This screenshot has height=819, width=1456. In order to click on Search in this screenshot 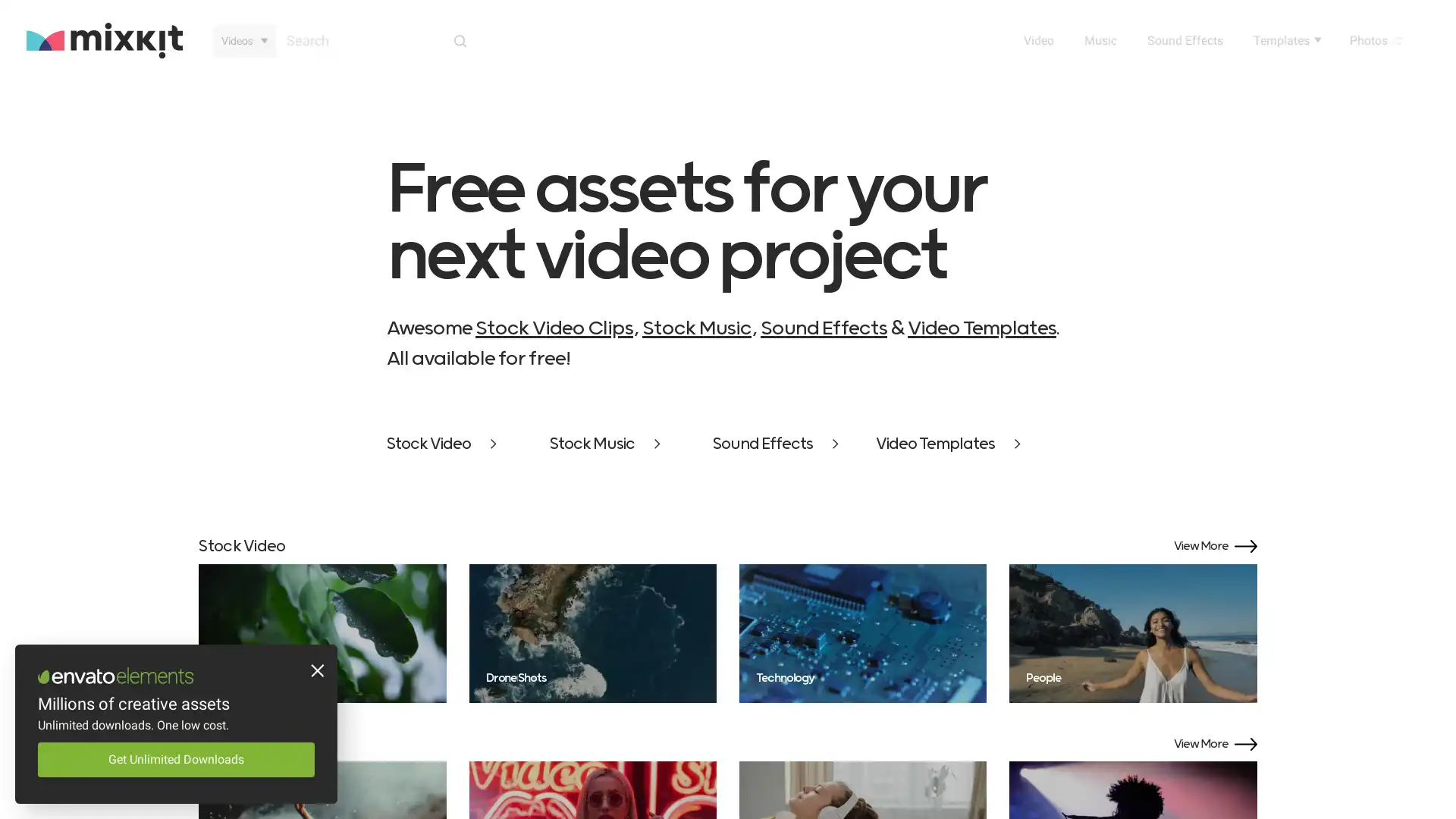, I will do `click(459, 39)`.